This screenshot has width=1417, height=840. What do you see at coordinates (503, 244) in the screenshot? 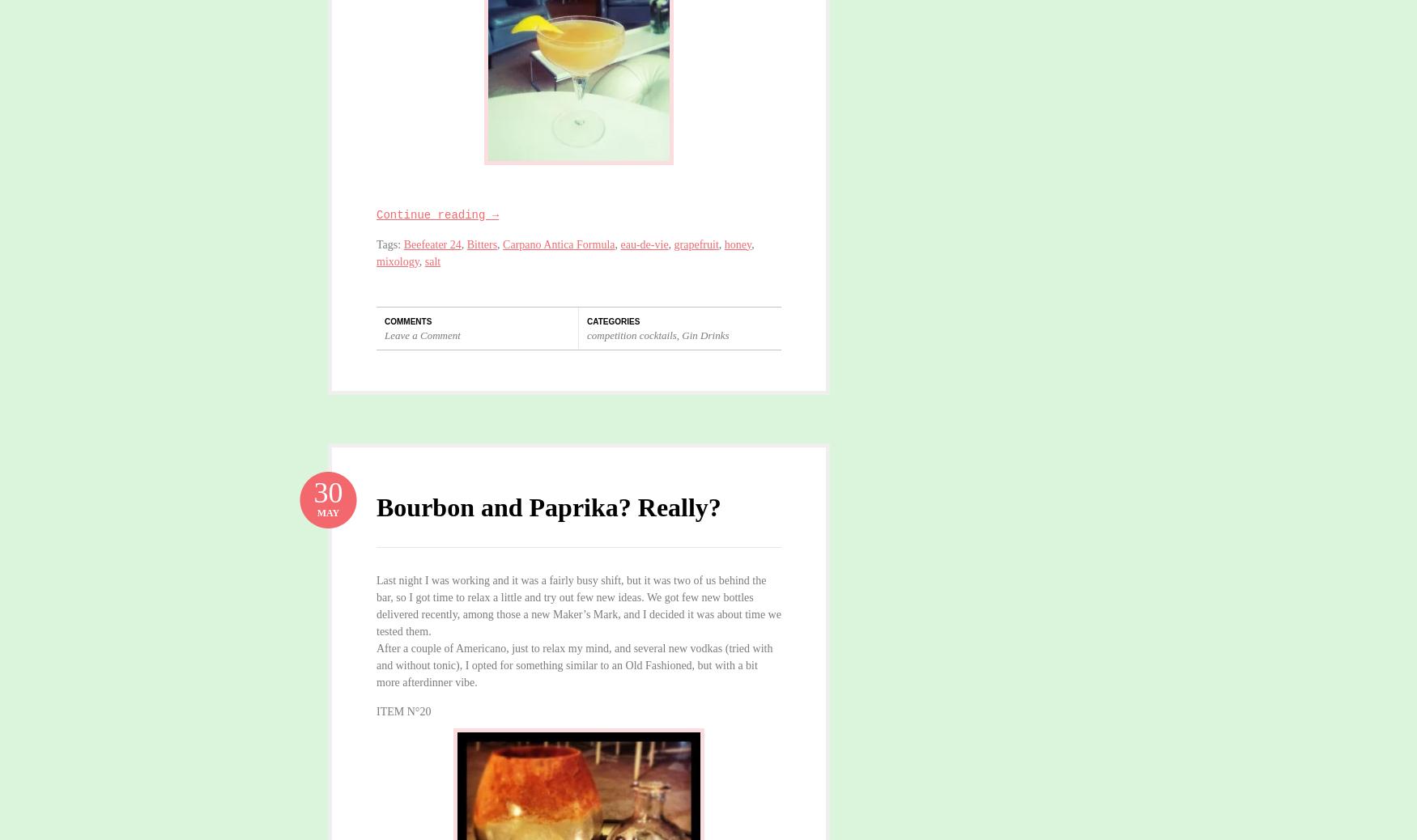
I see `'Carpano Antica Formula'` at bounding box center [503, 244].